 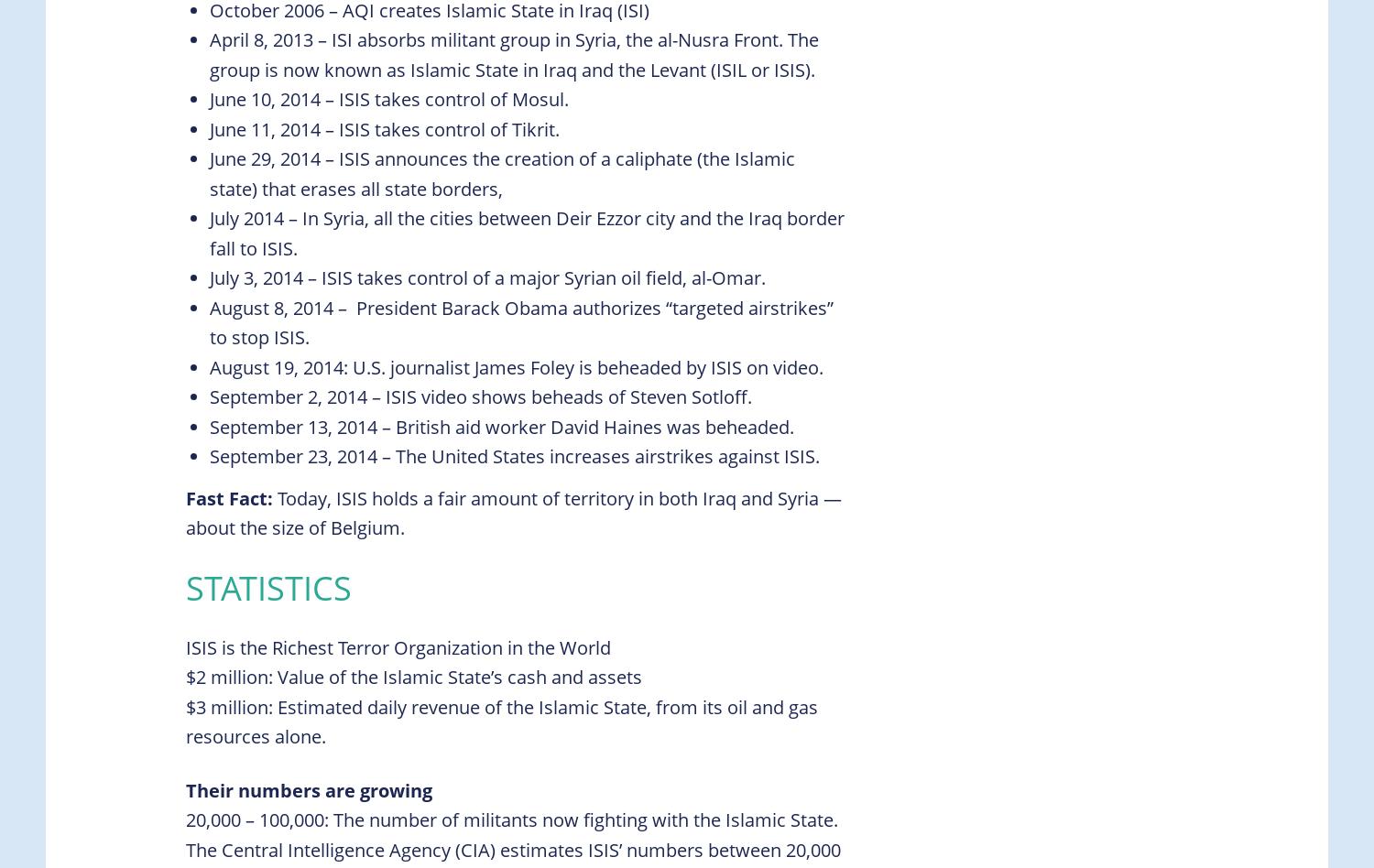 I want to click on 'July 3, 2014 – ISIS takes control of a major Syrian oil field, al-Omar.', so click(x=487, y=277).